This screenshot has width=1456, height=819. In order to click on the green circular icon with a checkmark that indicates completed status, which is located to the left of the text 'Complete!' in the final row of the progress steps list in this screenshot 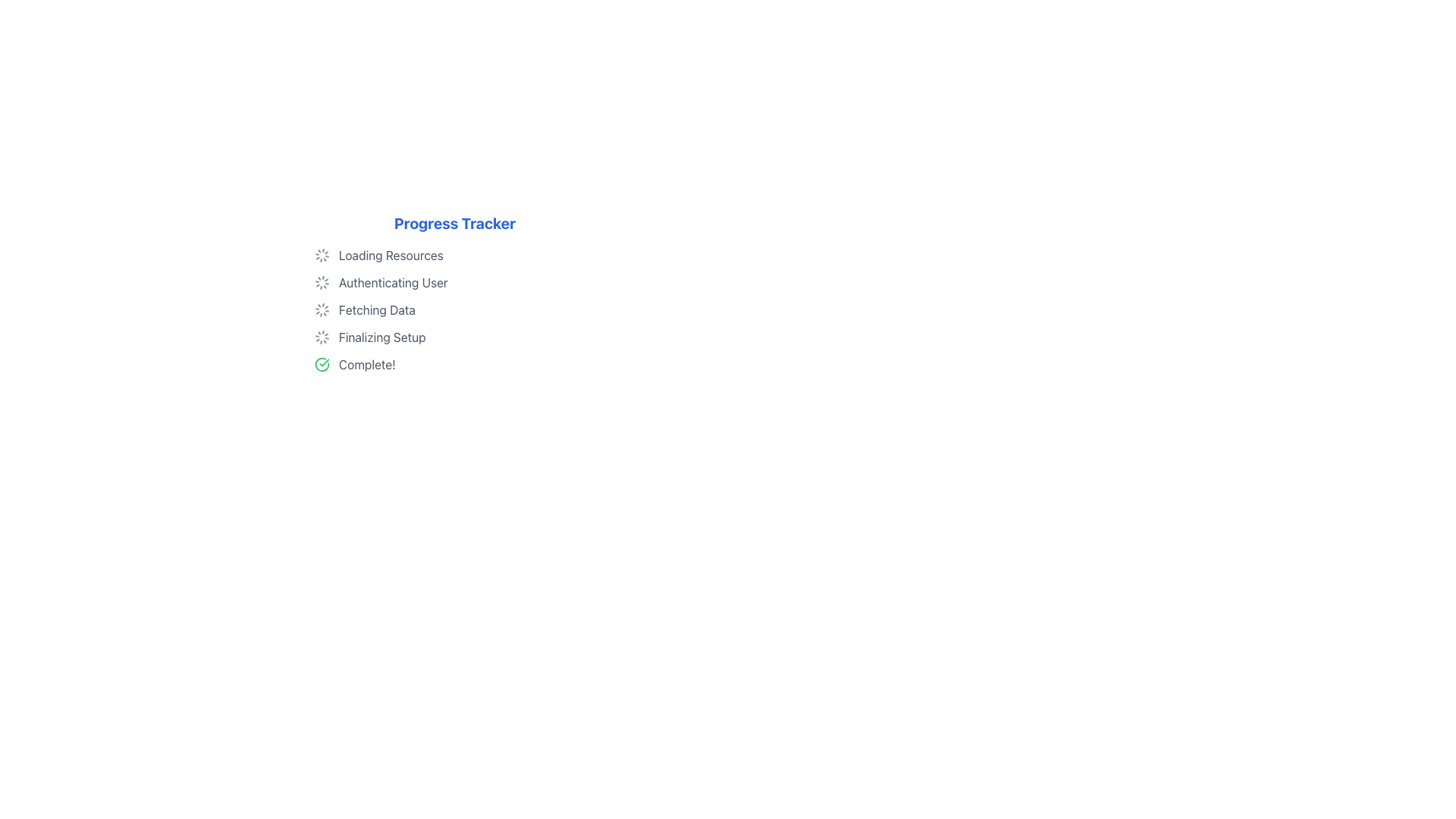, I will do `click(322, 365)`.